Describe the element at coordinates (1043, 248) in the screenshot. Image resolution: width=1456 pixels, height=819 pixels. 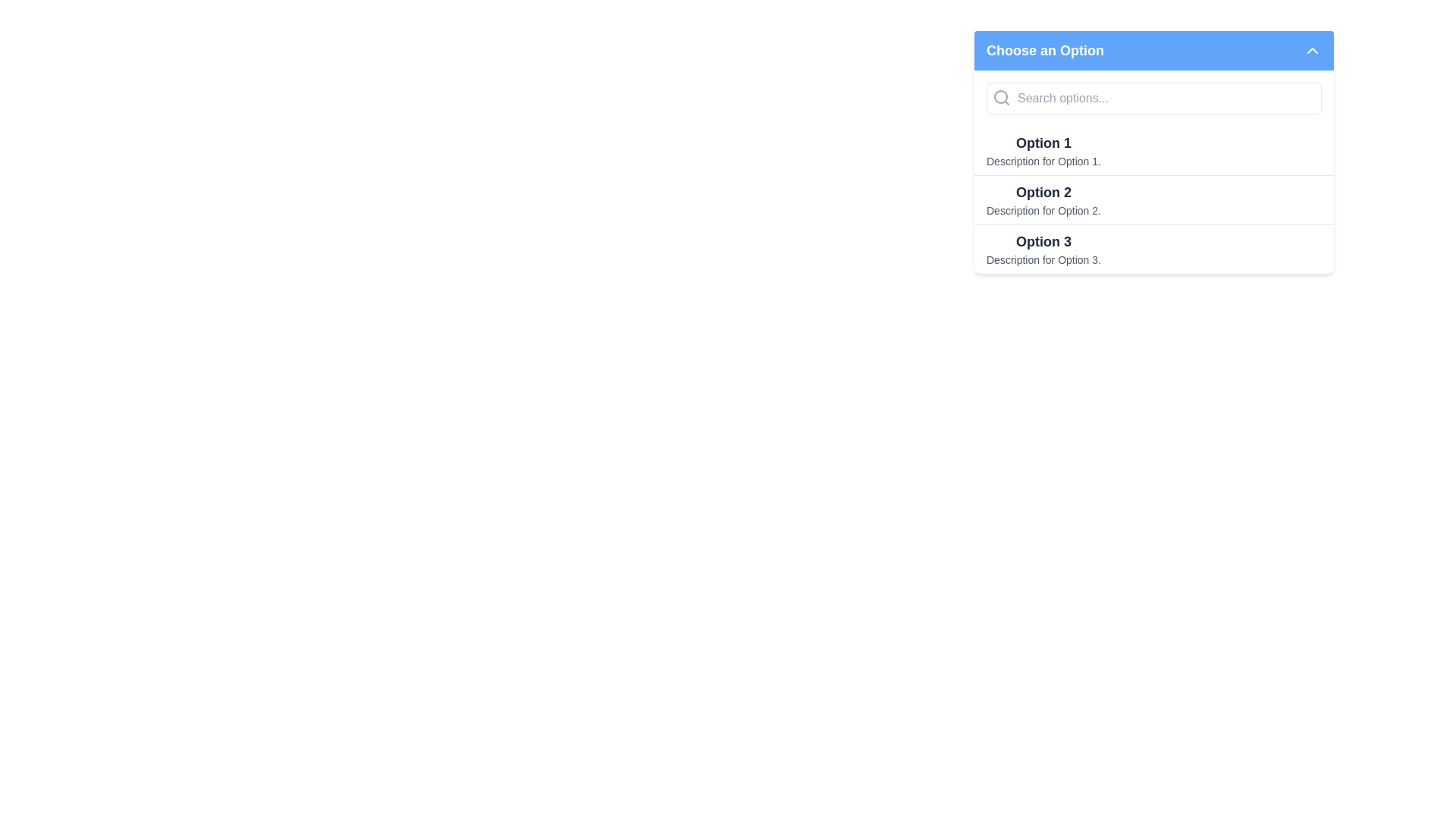
I see `the Dropdown list item labeled 'Option 3'` at that location.